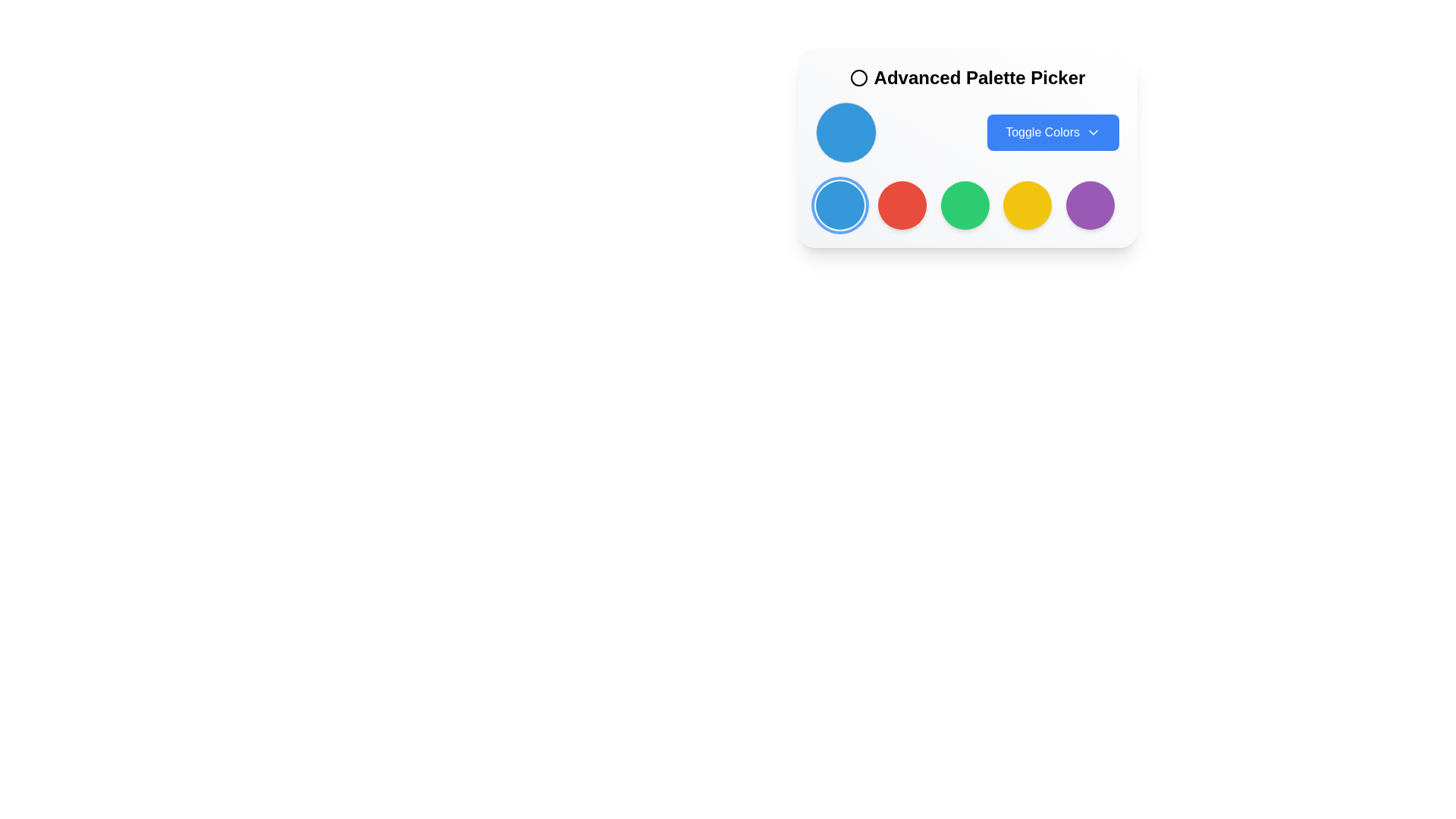 The width and height of the screenshot is (1456, 819). What do you see at coordinates (1053, 131) in the screenshot?
I see `the color options toggle button located to the right of the circular color indicator in the advanced palette picker interface` at bounding box center [1053, 131].